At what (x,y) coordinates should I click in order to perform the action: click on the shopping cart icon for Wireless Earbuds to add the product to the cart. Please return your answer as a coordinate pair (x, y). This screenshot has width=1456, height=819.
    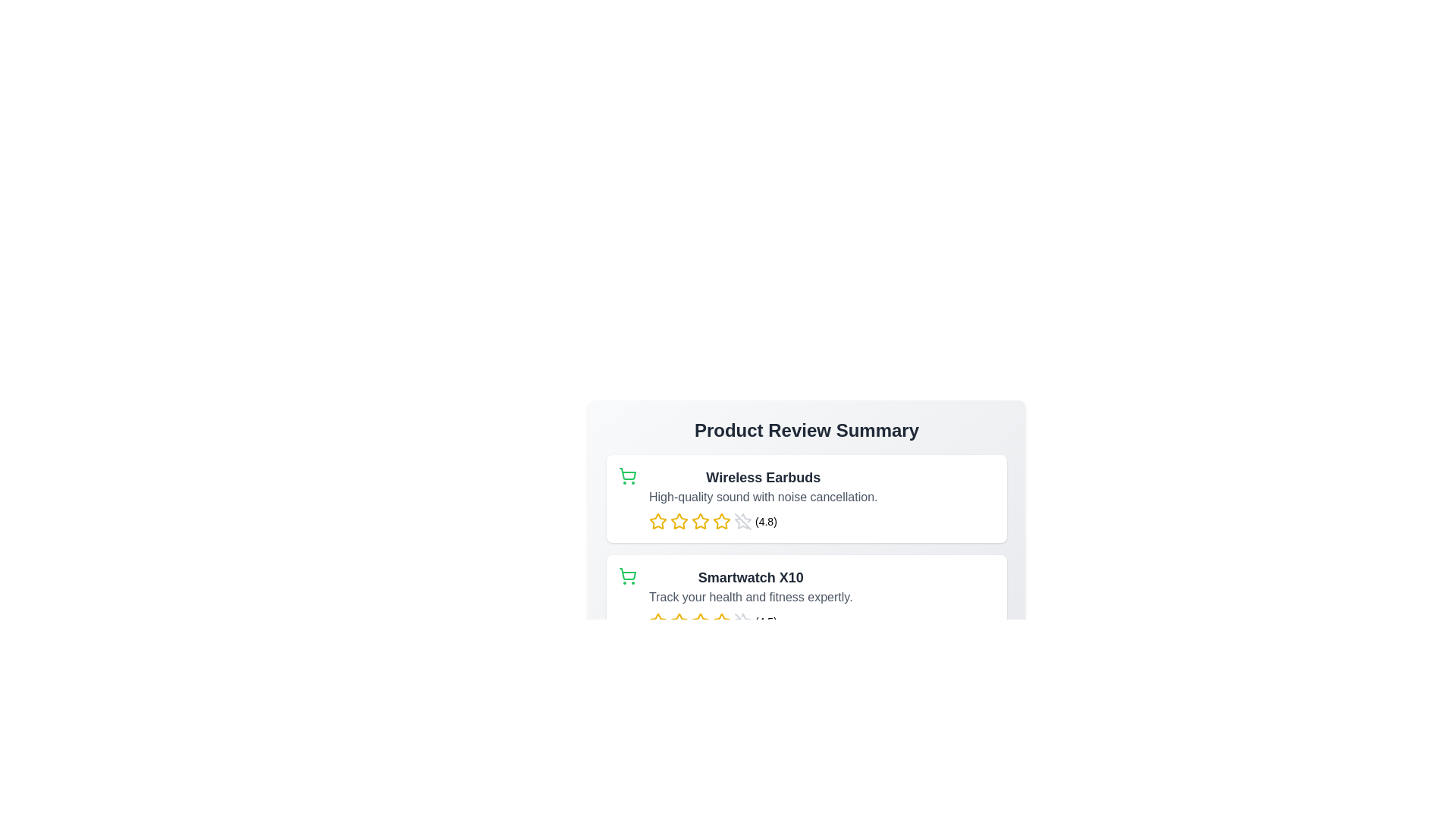
    Looking at the image, I should click on (628, 475).